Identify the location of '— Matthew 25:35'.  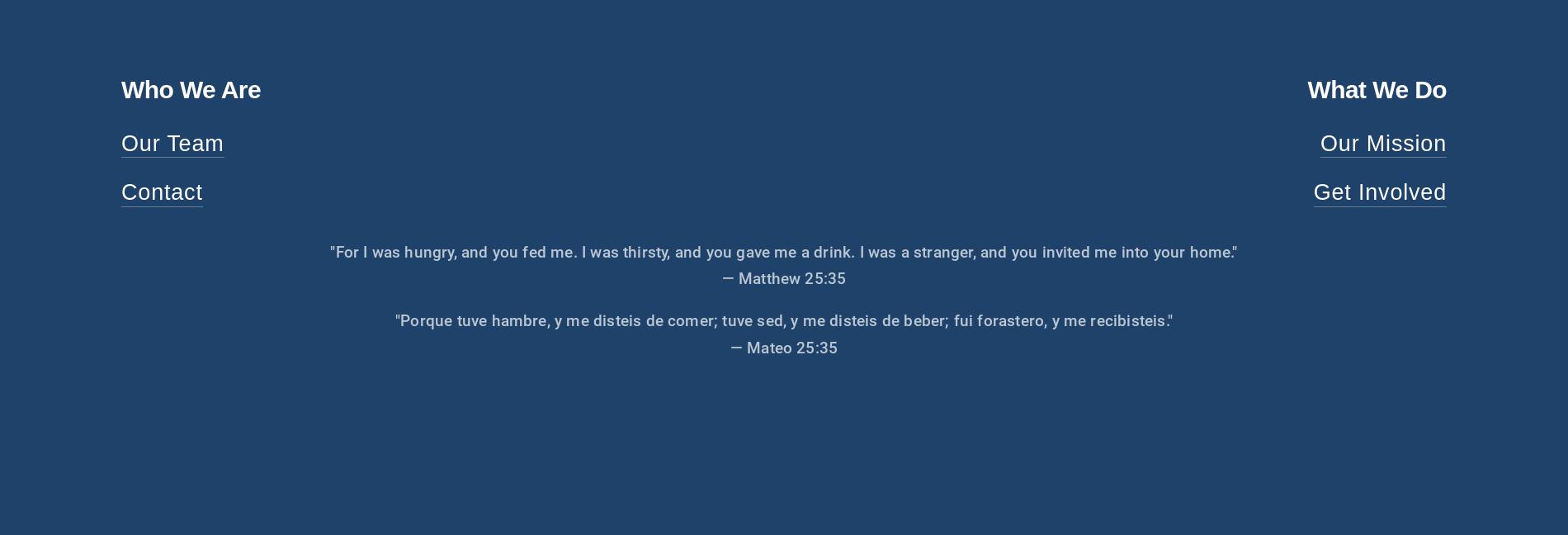
(782, 277).